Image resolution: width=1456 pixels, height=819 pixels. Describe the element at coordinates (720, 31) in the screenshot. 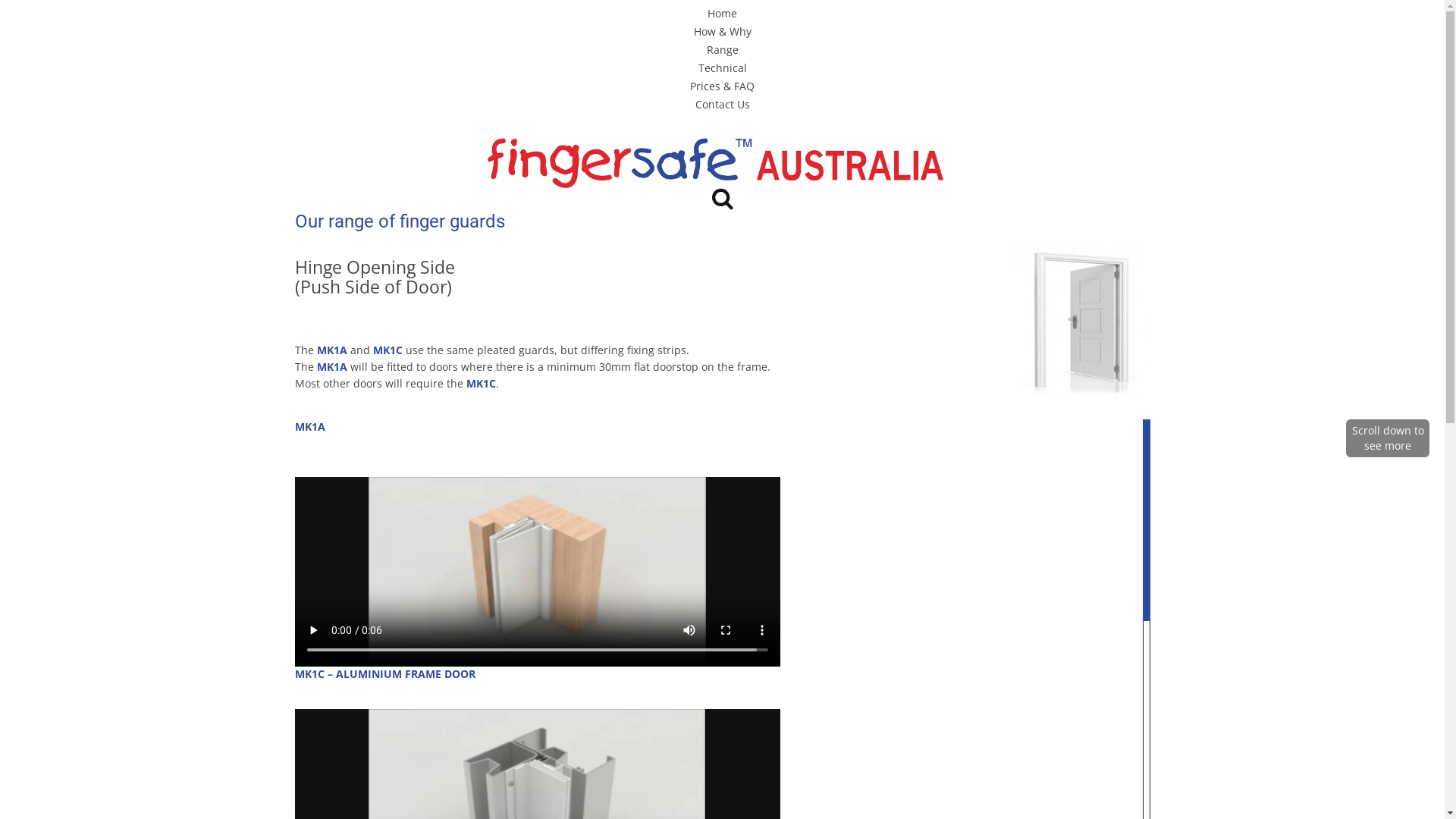

I see `'How & Why'` at that location.